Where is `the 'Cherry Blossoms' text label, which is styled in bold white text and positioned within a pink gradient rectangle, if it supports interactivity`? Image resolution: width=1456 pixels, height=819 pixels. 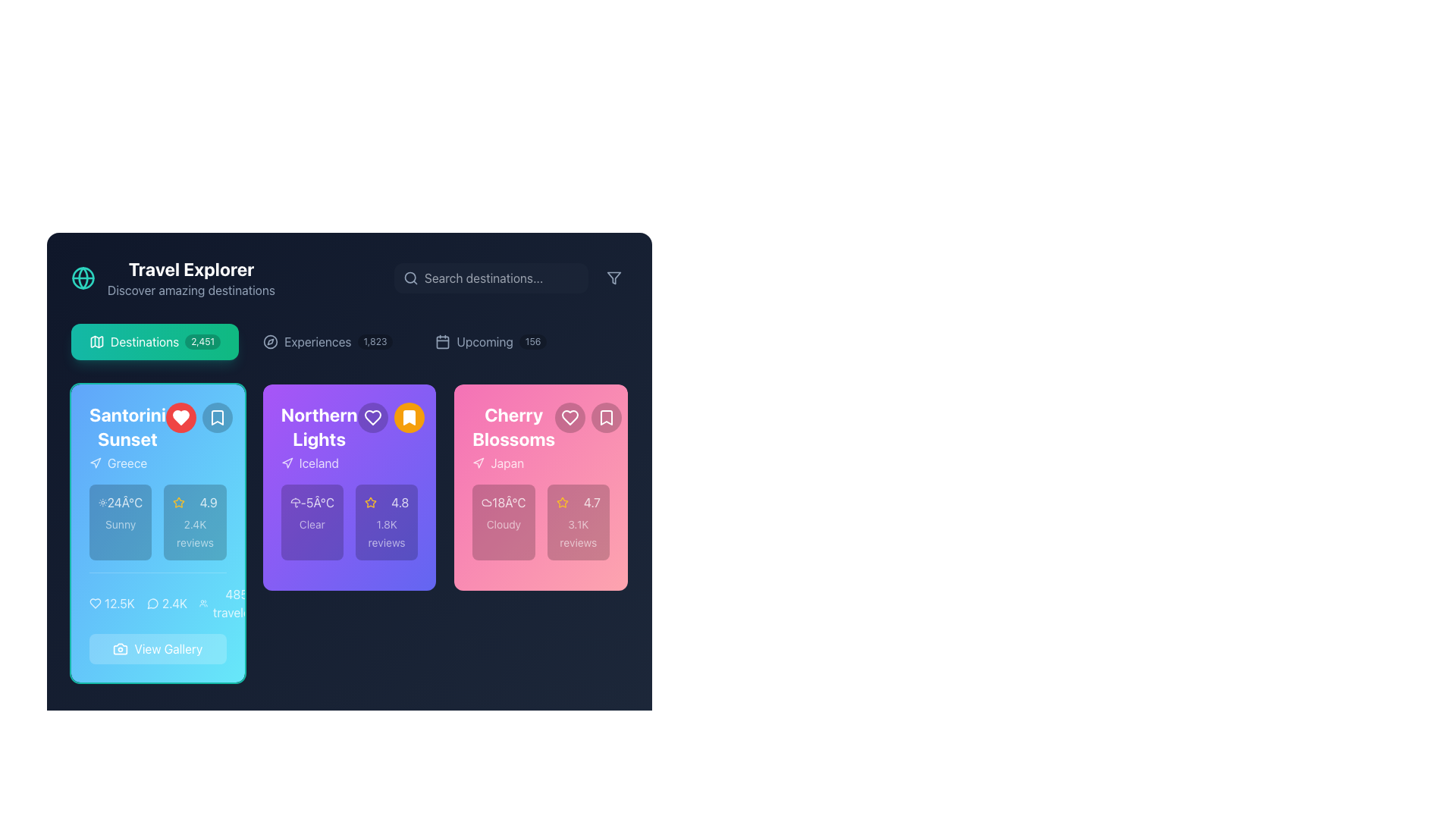 the 'Cherry Blossoms' text label, which is styled in bold white text and positioned within a pink gradient rectangle, if it supports interactivity is located at coordinates (541, 438).